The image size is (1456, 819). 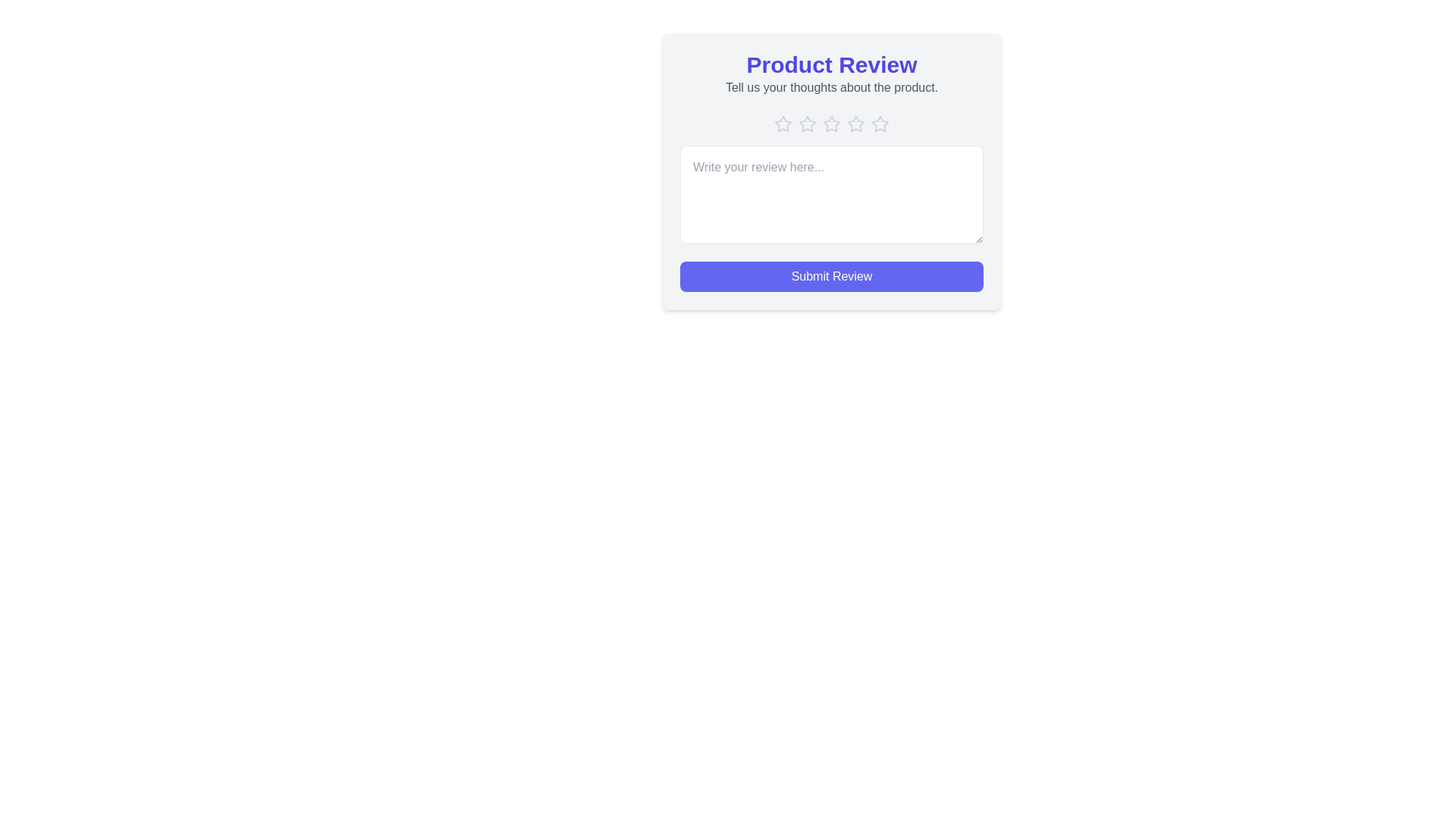 I want to click on the first star-shaped rating icon in the review panel, so click(x=783, y=124).